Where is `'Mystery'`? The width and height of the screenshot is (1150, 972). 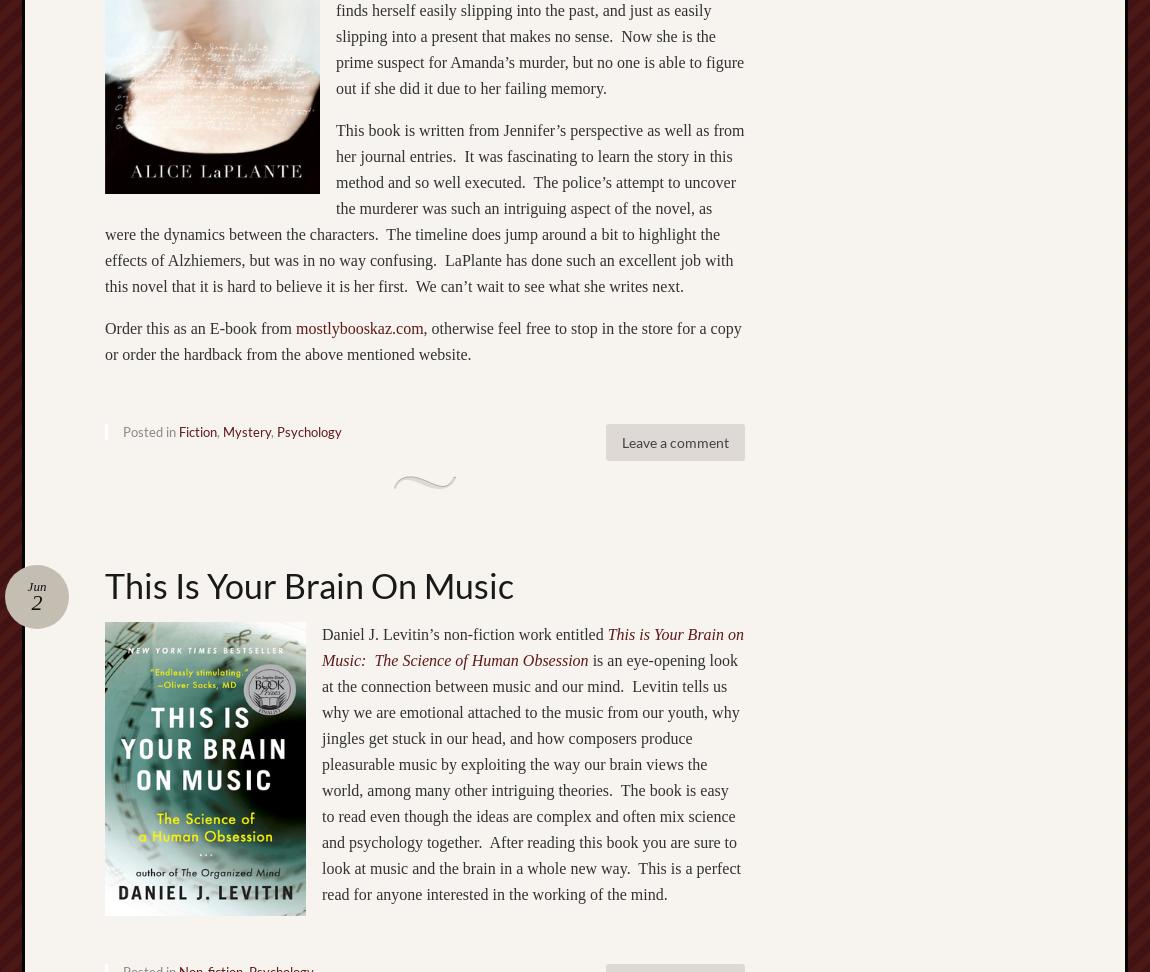 'Mystery' is located at coordinates (246, 429).